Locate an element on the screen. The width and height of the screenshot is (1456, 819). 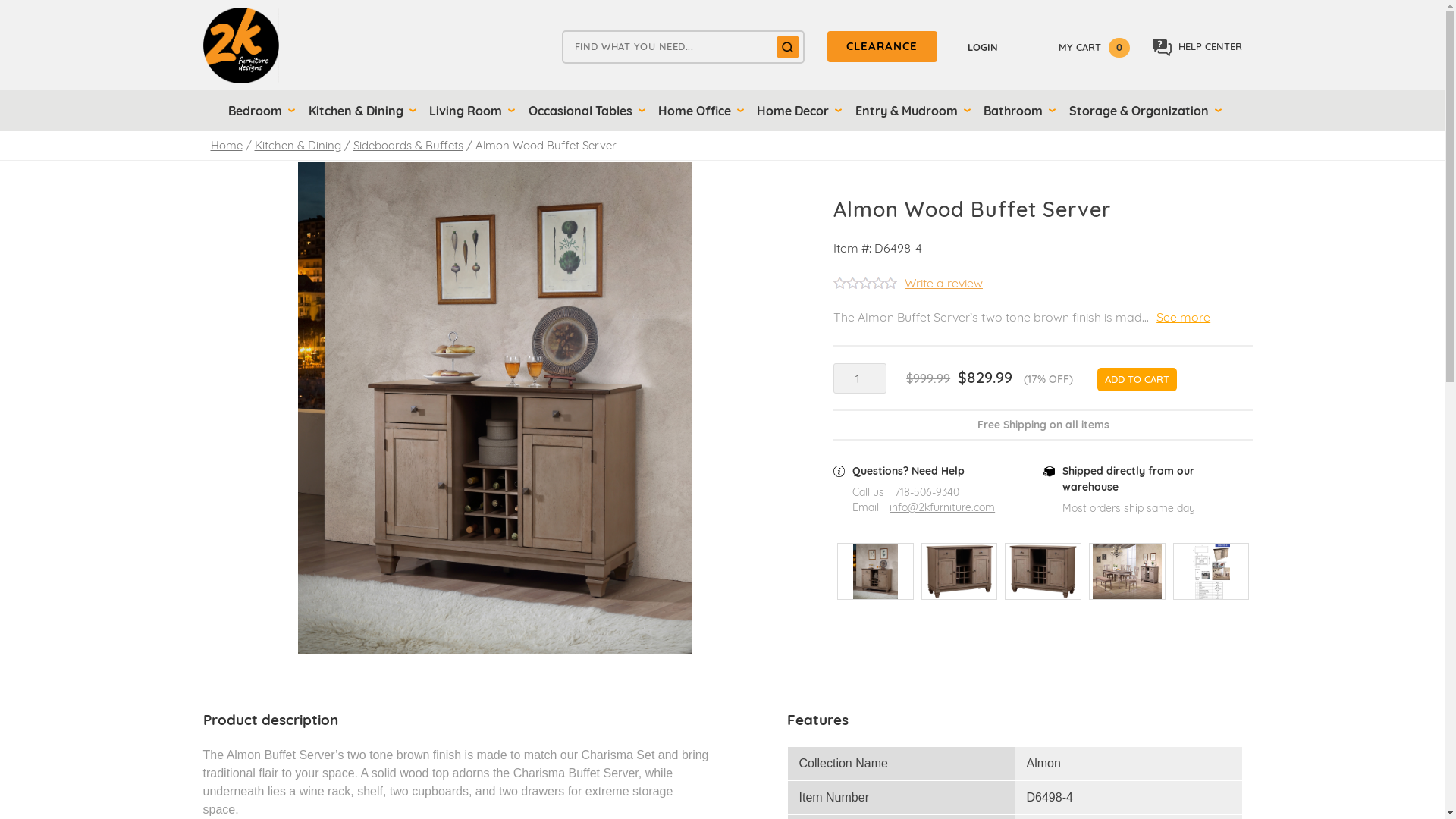
'Write a review' is located at coordinates (943, 283).